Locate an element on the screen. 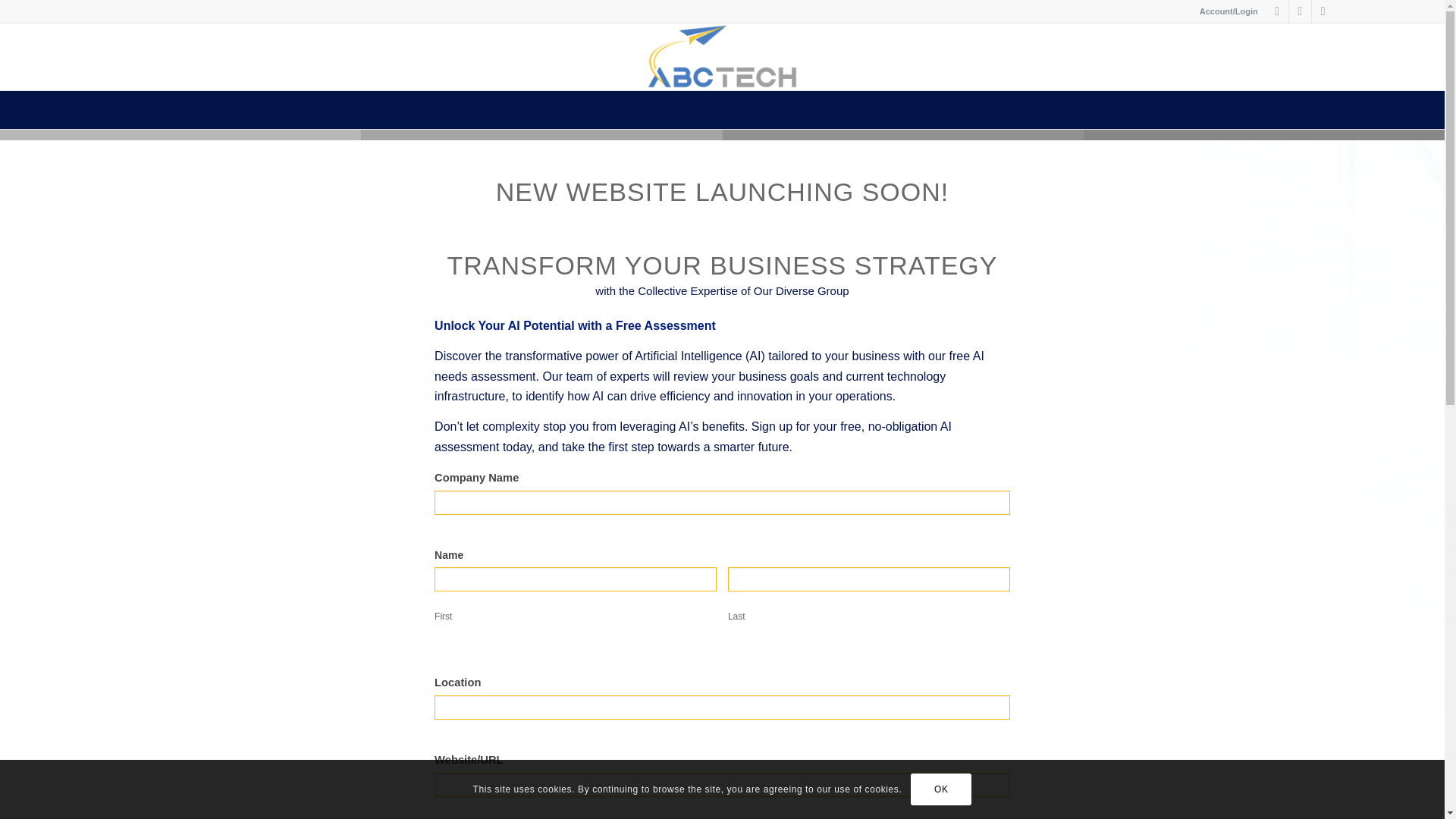 This screenshot has height=819, width=1456. 'Twitter' is located at coordinates (1276, 11).